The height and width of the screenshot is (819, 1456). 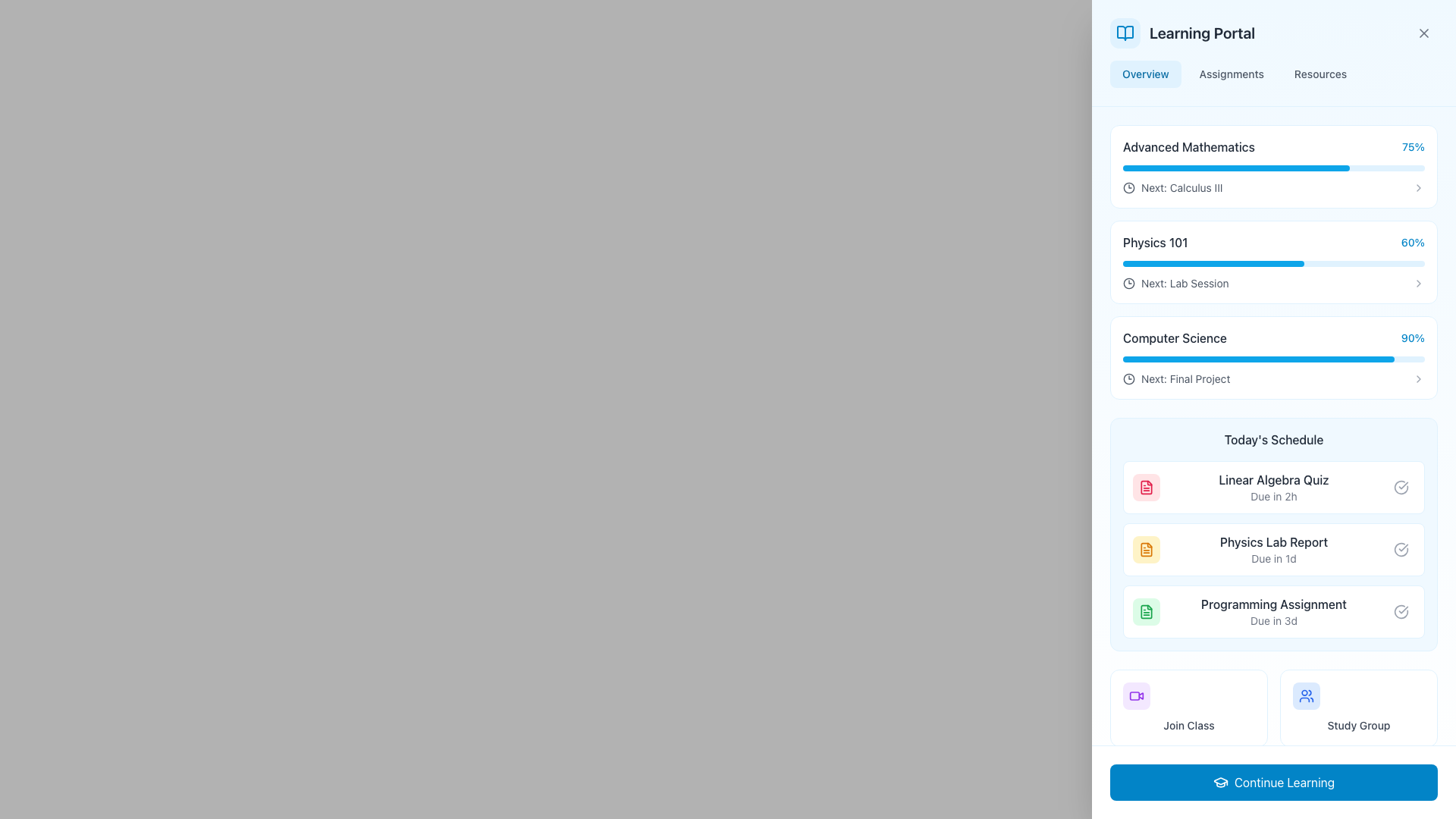 What do you see at coordinates (1147, 488) in the screenshot?
I see `the icon that serves as a visual indicator for the 'Linear Algebra Quiz' entry in the 'Today's Schedule' section` at bounding box center [1147, 488].